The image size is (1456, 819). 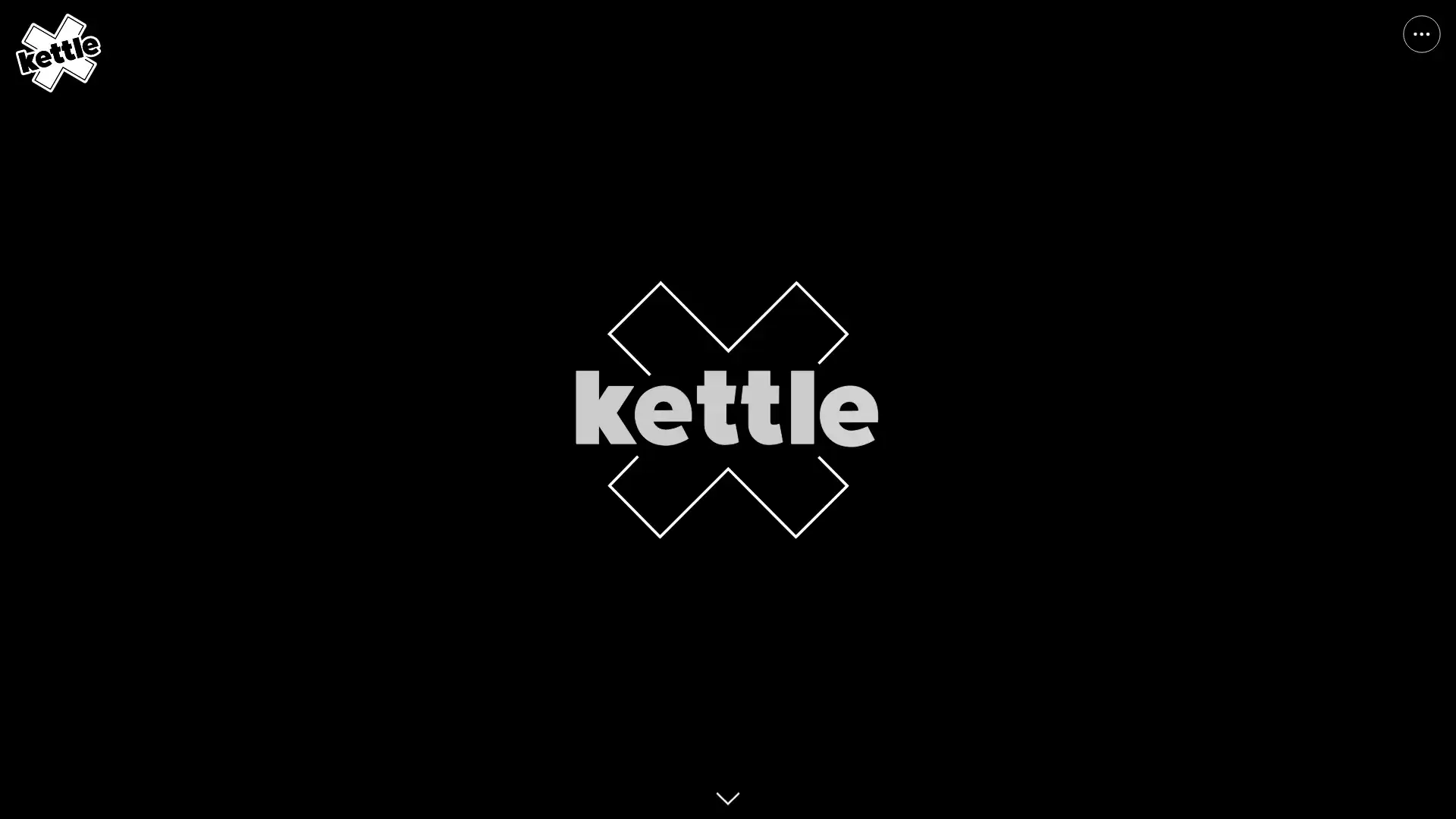 I want to click on Open navigation menu, so click(x=1421, y=34).